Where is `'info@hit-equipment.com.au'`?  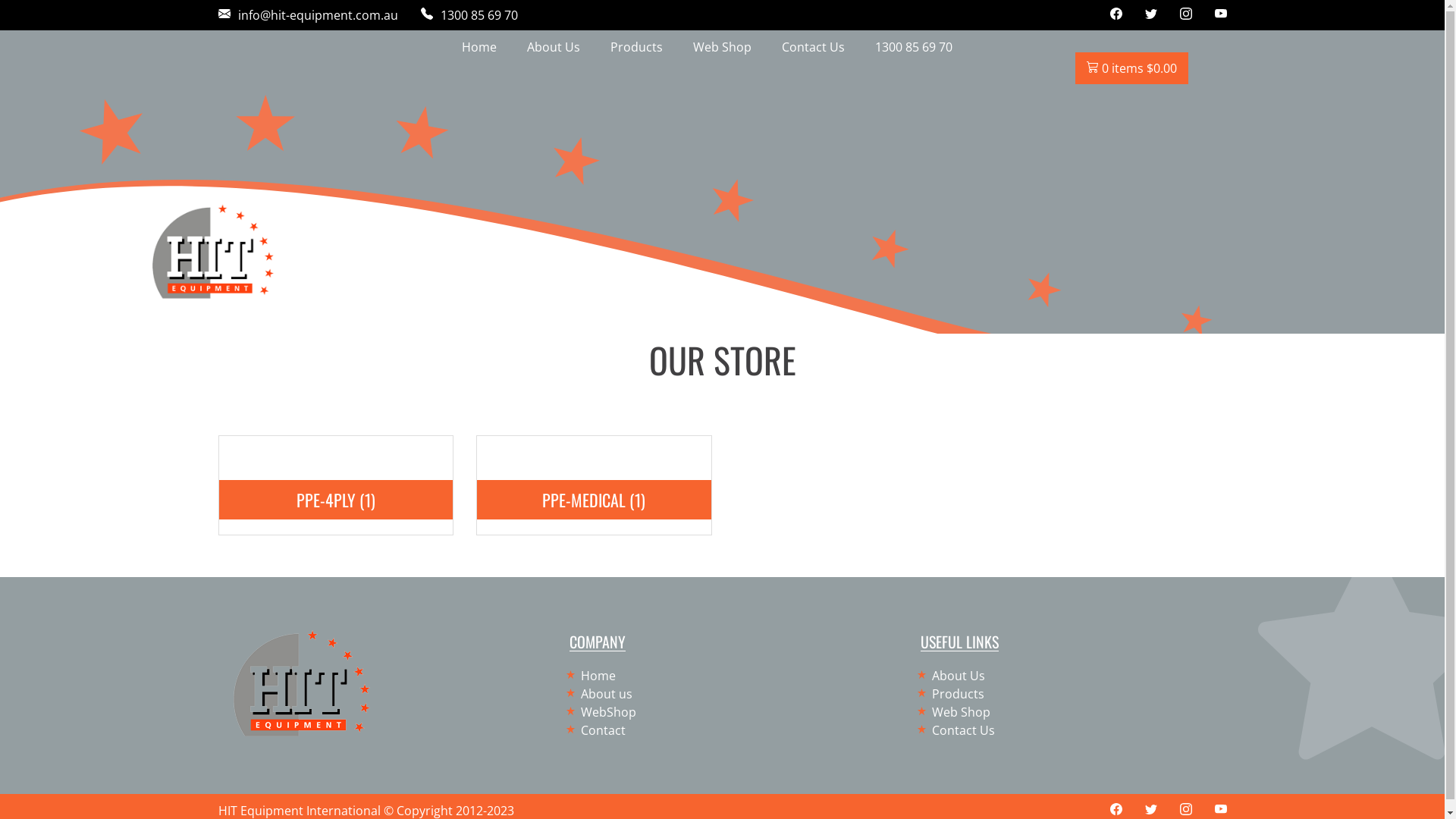 'info@hit-equipment.com.au' is located at coordinates (307, 14).